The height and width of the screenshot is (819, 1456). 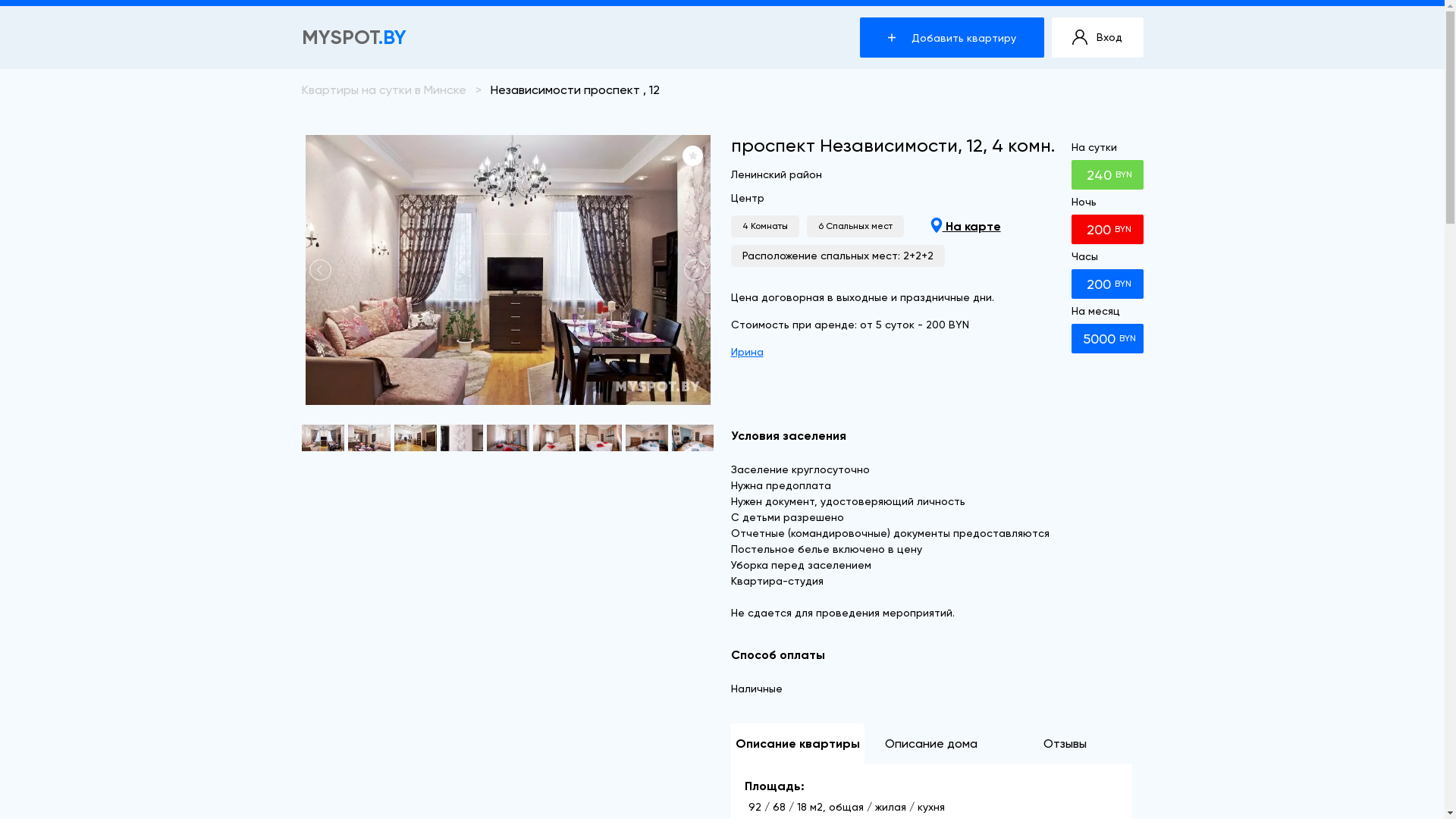 What do you see at coordinates (353, 36) in the screenshot?
I see `'MYSPOT.BY'` at bounding box center [353, 36].